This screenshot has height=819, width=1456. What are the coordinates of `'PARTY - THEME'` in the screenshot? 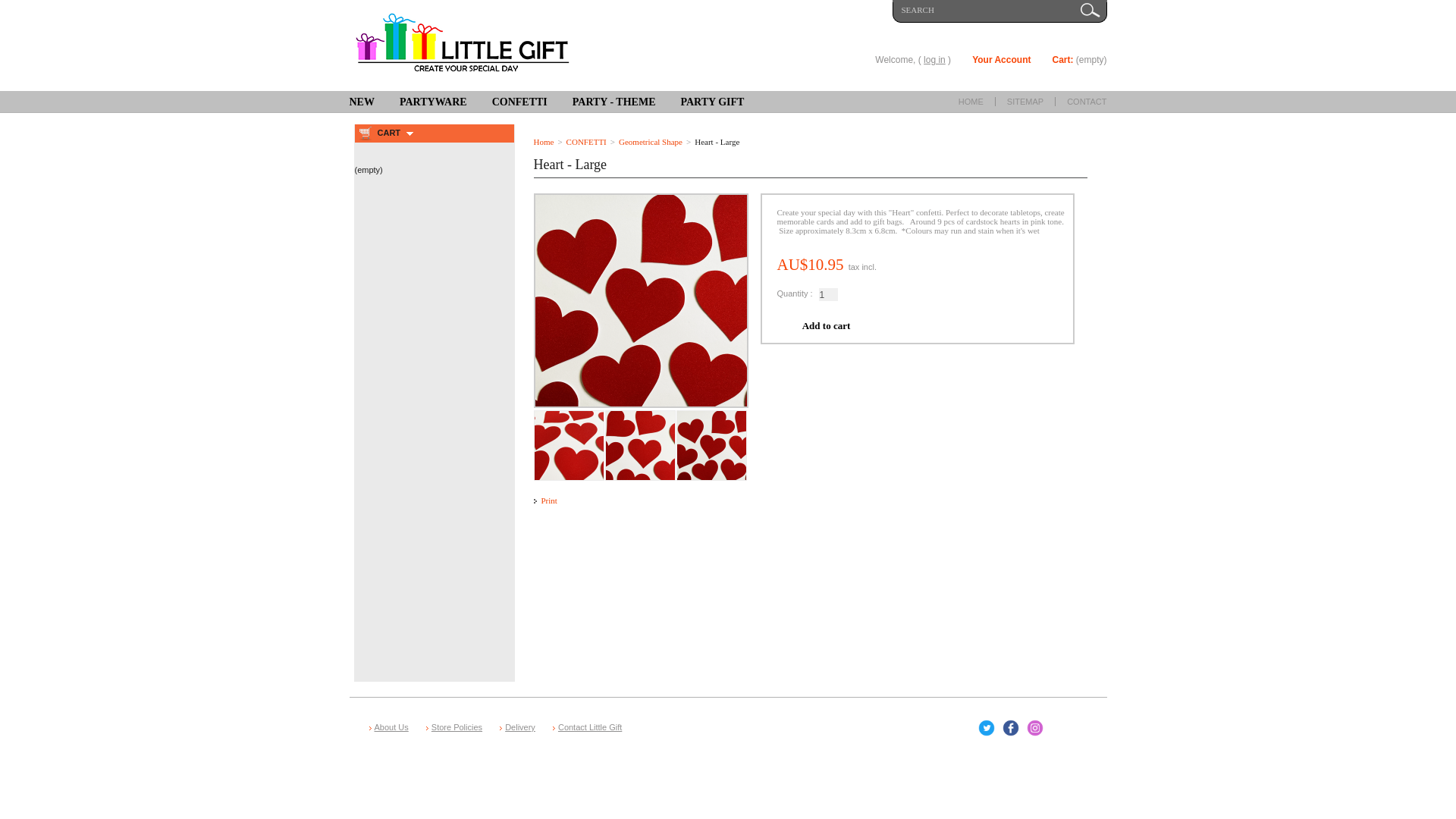 It's located at (614, 102).